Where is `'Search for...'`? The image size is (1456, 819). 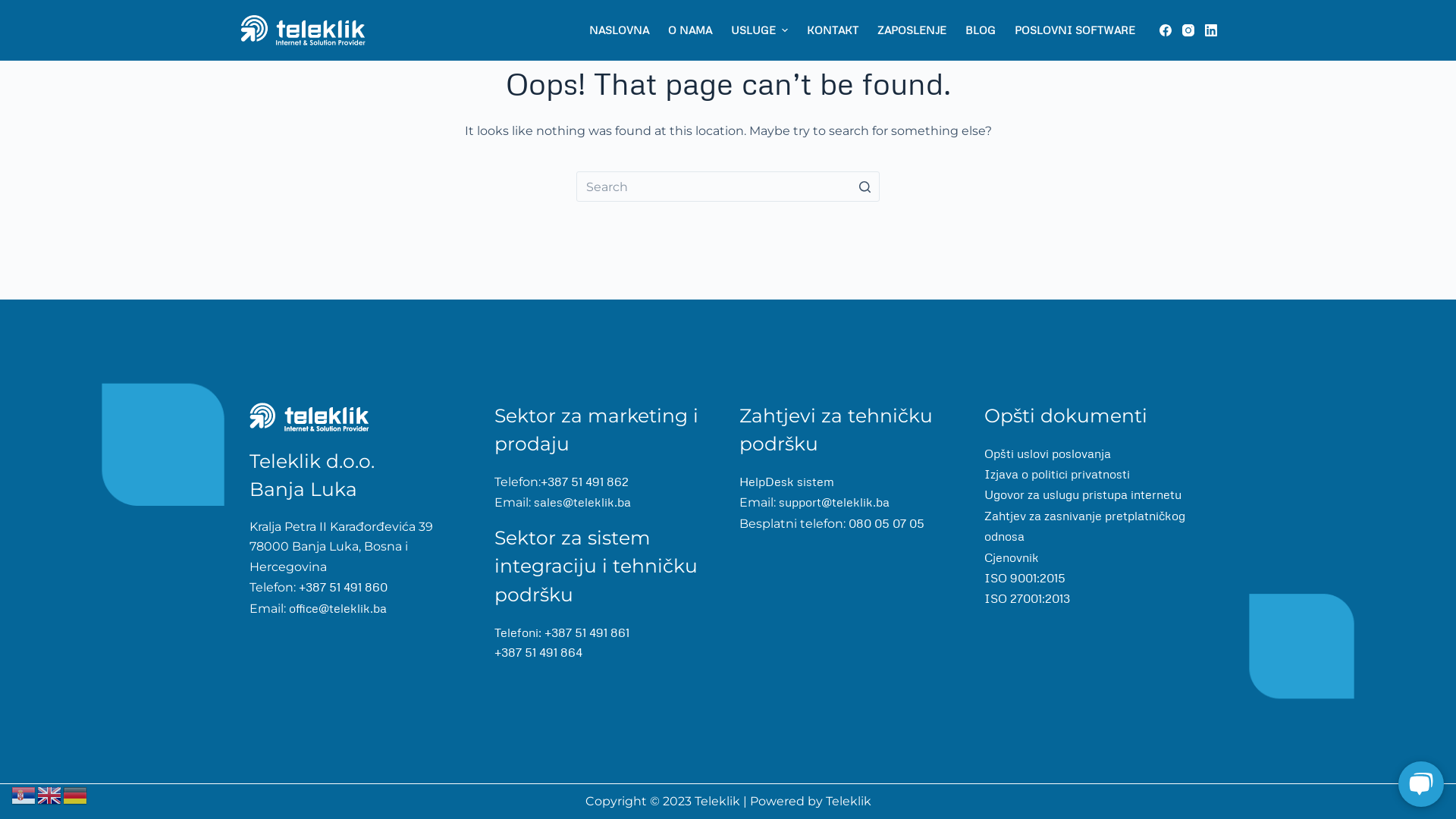 'Search for...' is located at coordinates (728, 186).